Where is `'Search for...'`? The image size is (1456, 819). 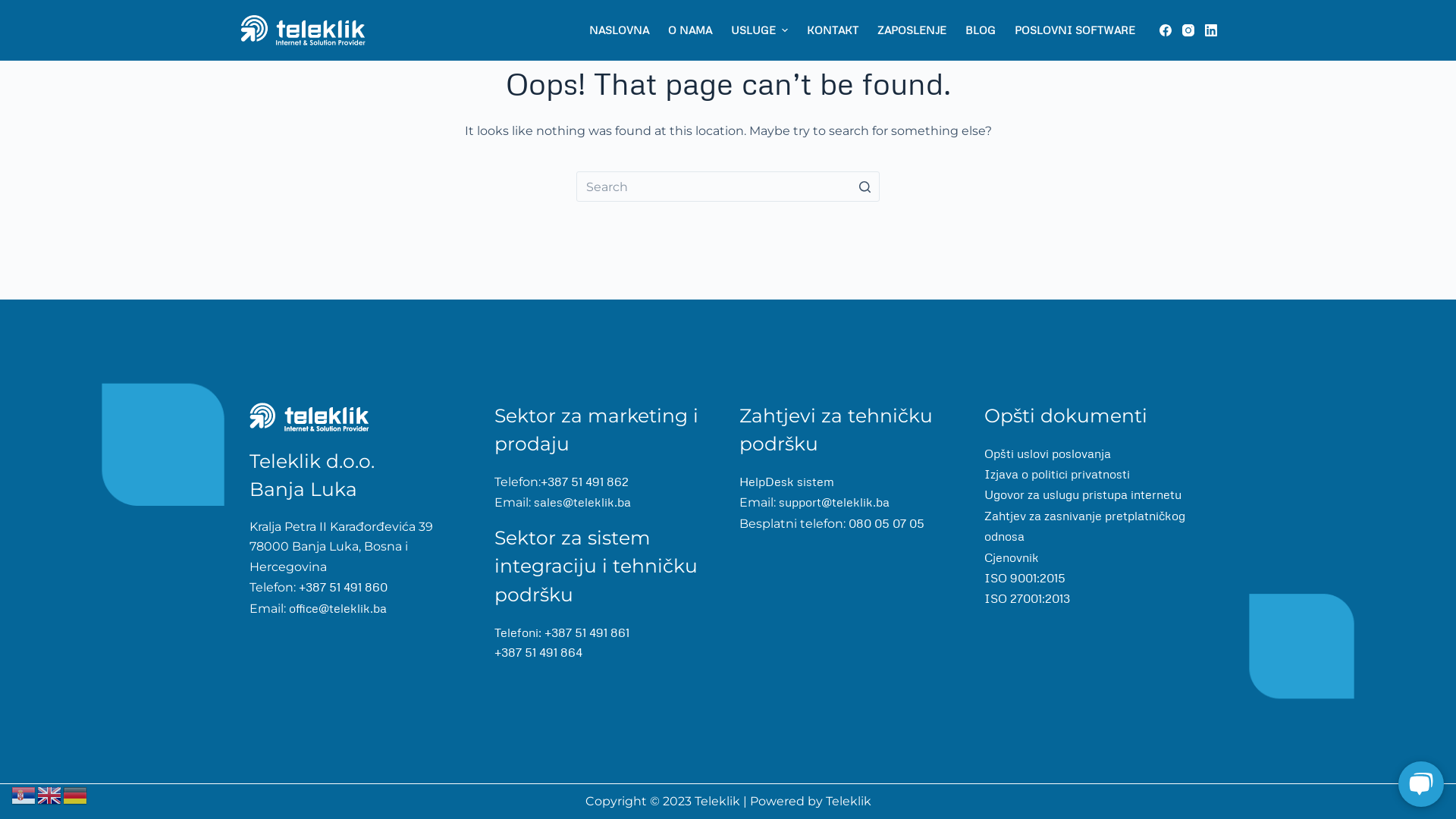 'Search for...' is located at coordinates (728, 186).